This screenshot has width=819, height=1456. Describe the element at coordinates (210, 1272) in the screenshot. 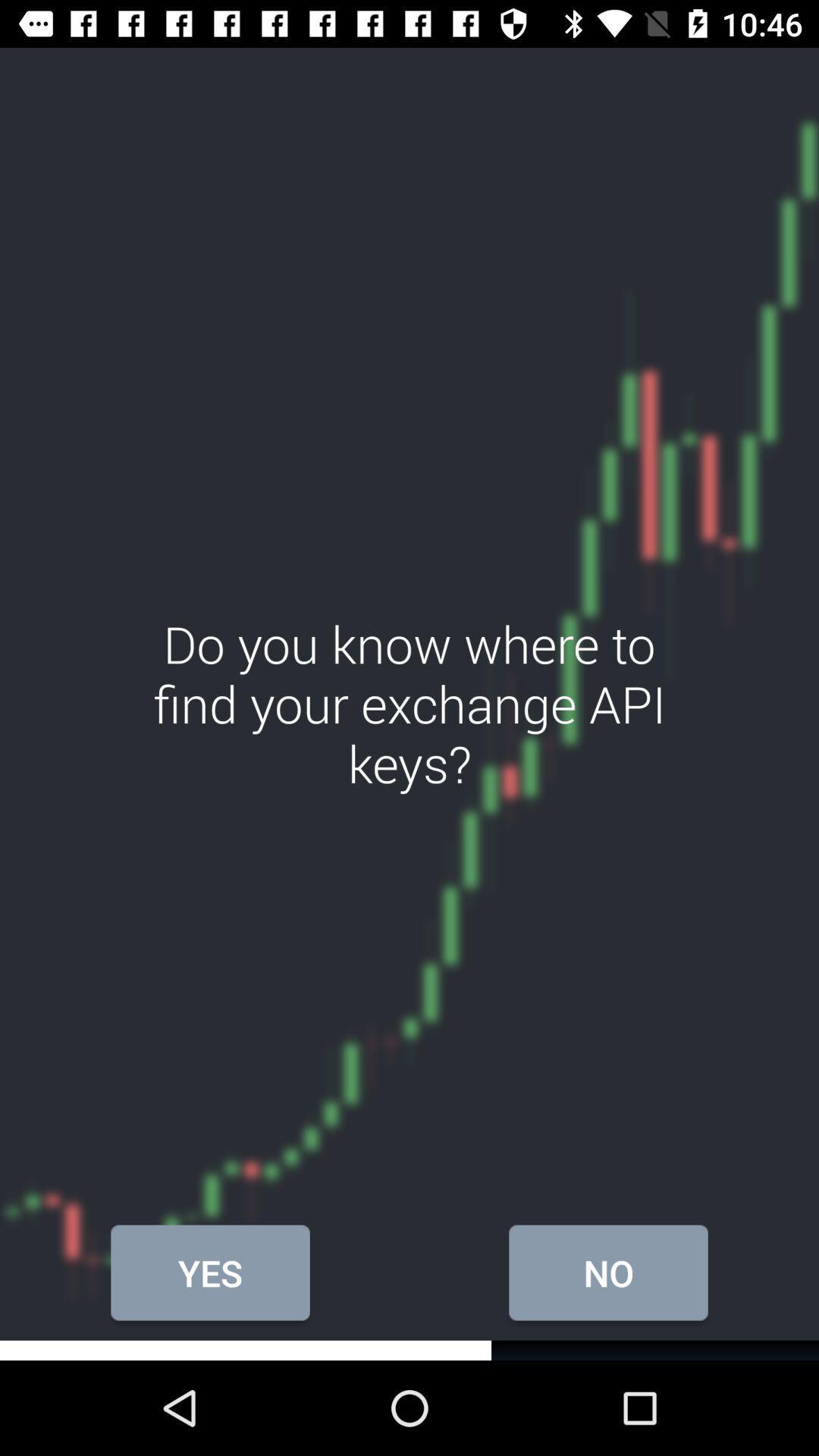

I see `item below the do you know icon` at that location.